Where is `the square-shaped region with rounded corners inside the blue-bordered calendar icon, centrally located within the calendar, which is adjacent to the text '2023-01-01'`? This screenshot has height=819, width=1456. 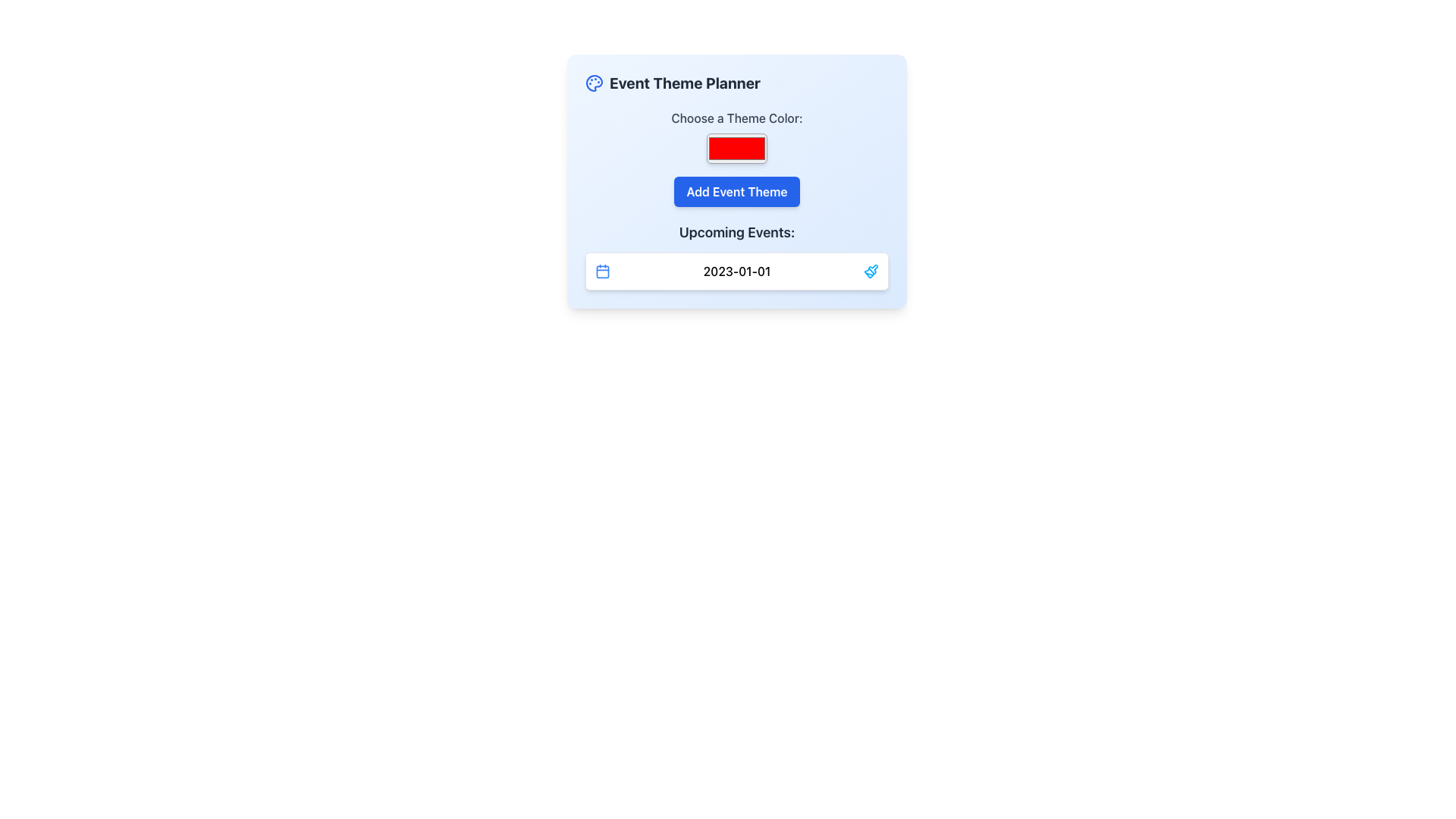
the square-shaped region with rounded corners inside the blue-bordered calendar icon, centrally located within the calendar, which is adjacent to the text '2023-01-01' is located at coordinates (602, 271).